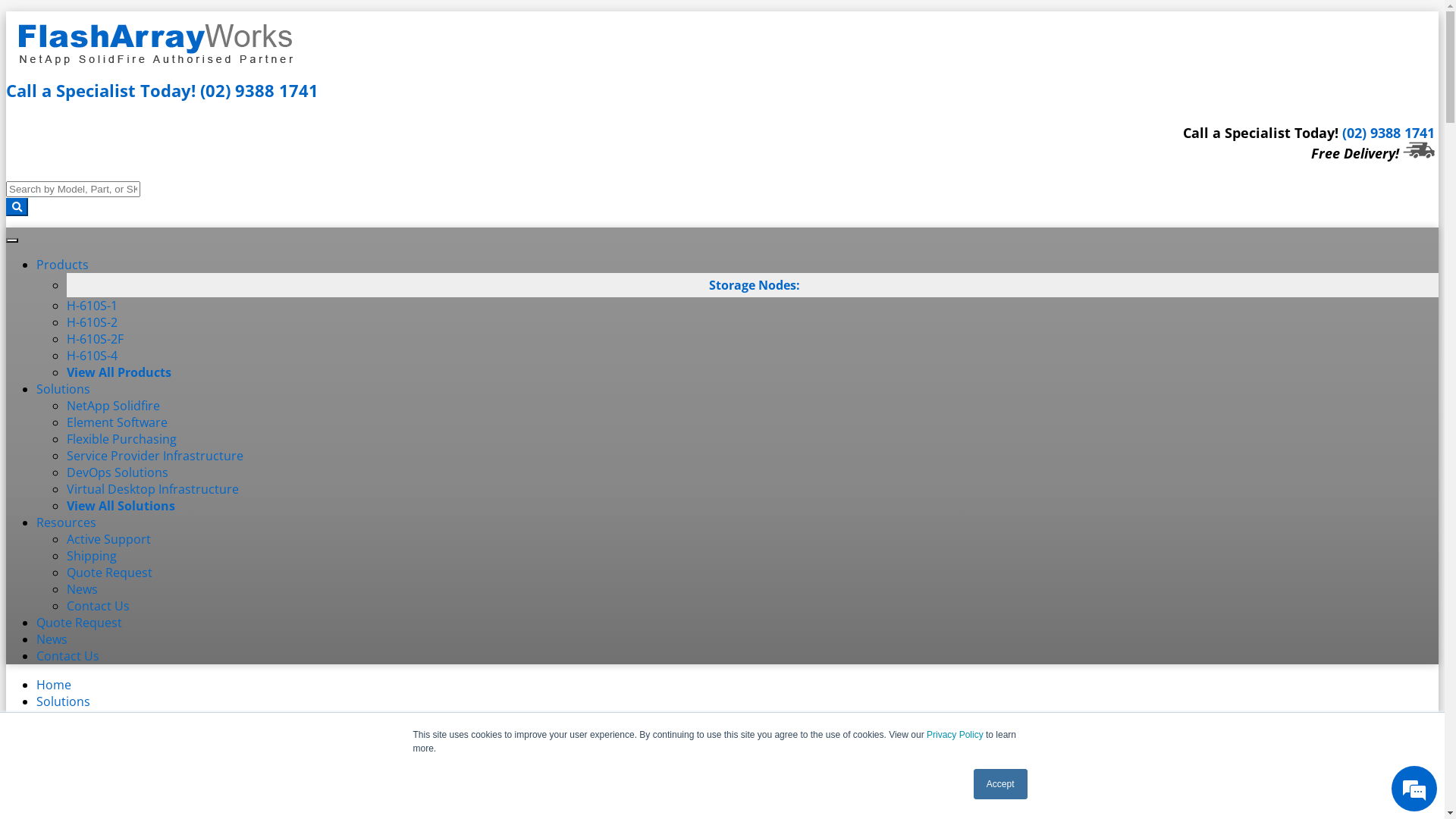 This screenshot has width=1456, height=819. I want to click on 'View All Solutions', so click(120, 506).